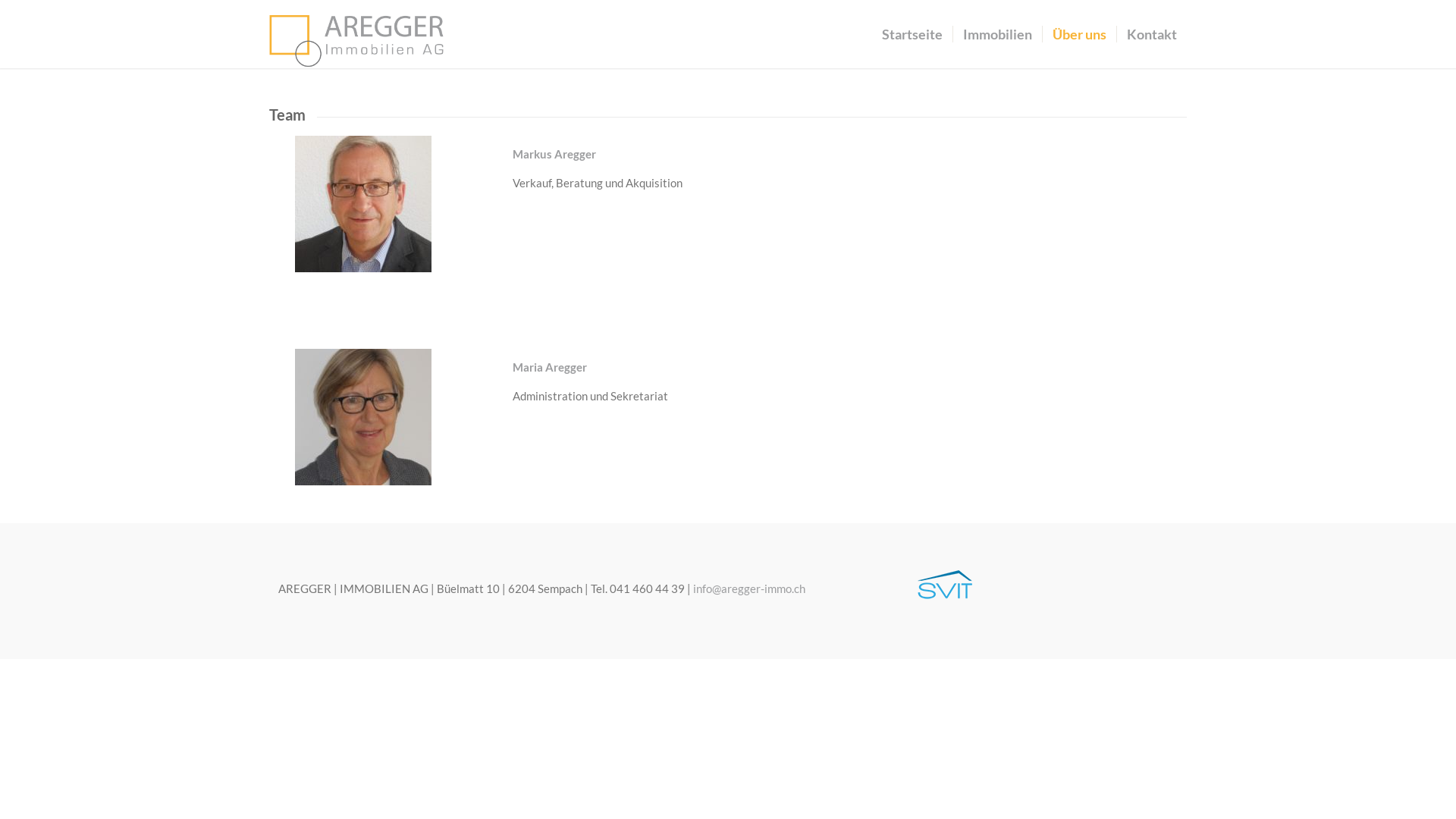 The height and width of the screenshot is (819, 1456). What do you see at coordinates (912, 34) in the screenshot?
I see `'Startseite'` at bounding box center [912, 34].